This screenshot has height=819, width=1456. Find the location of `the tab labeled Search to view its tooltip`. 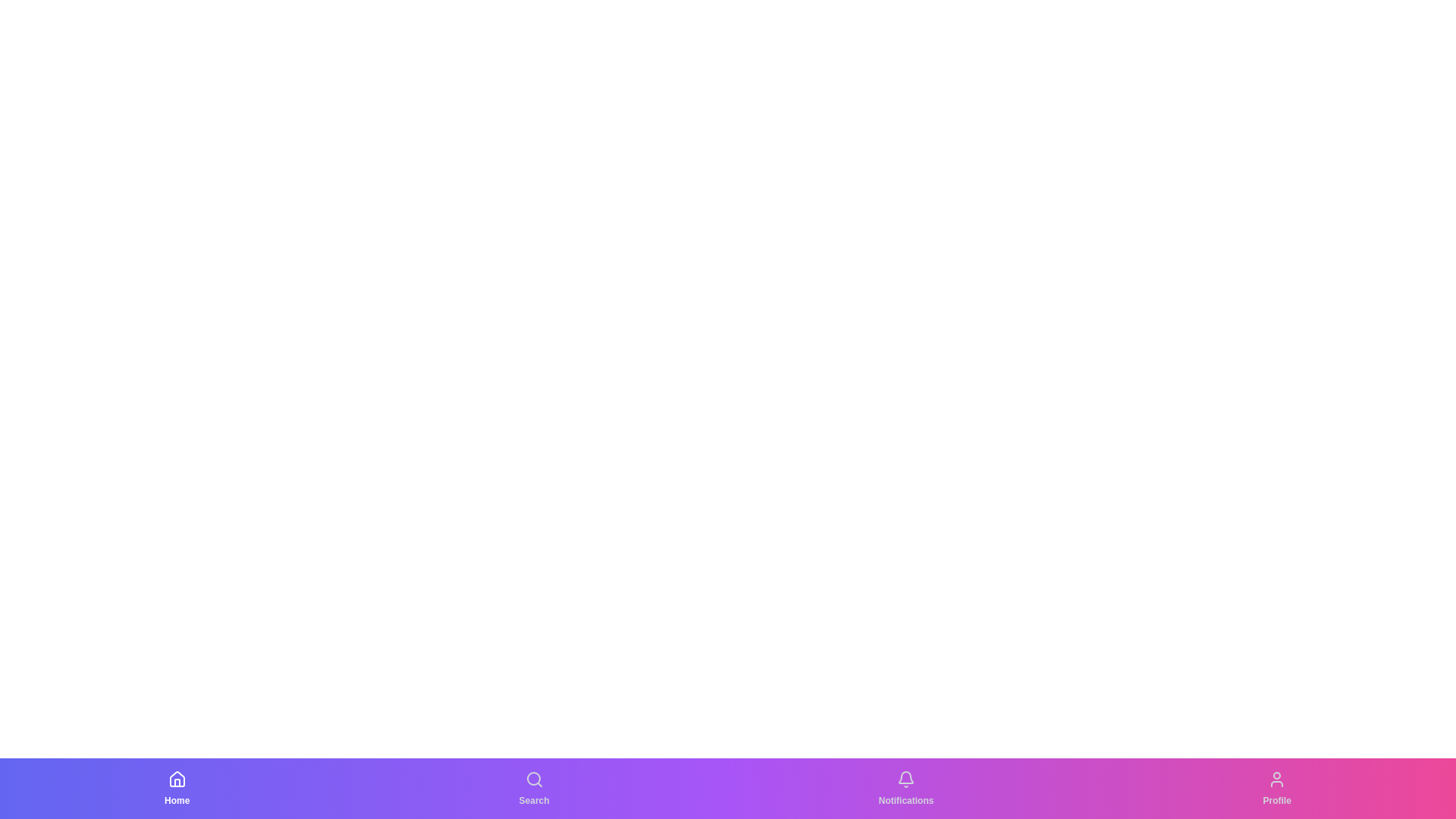

the tab labeled Search to view its tooltip is located at coordinates (534, 788).